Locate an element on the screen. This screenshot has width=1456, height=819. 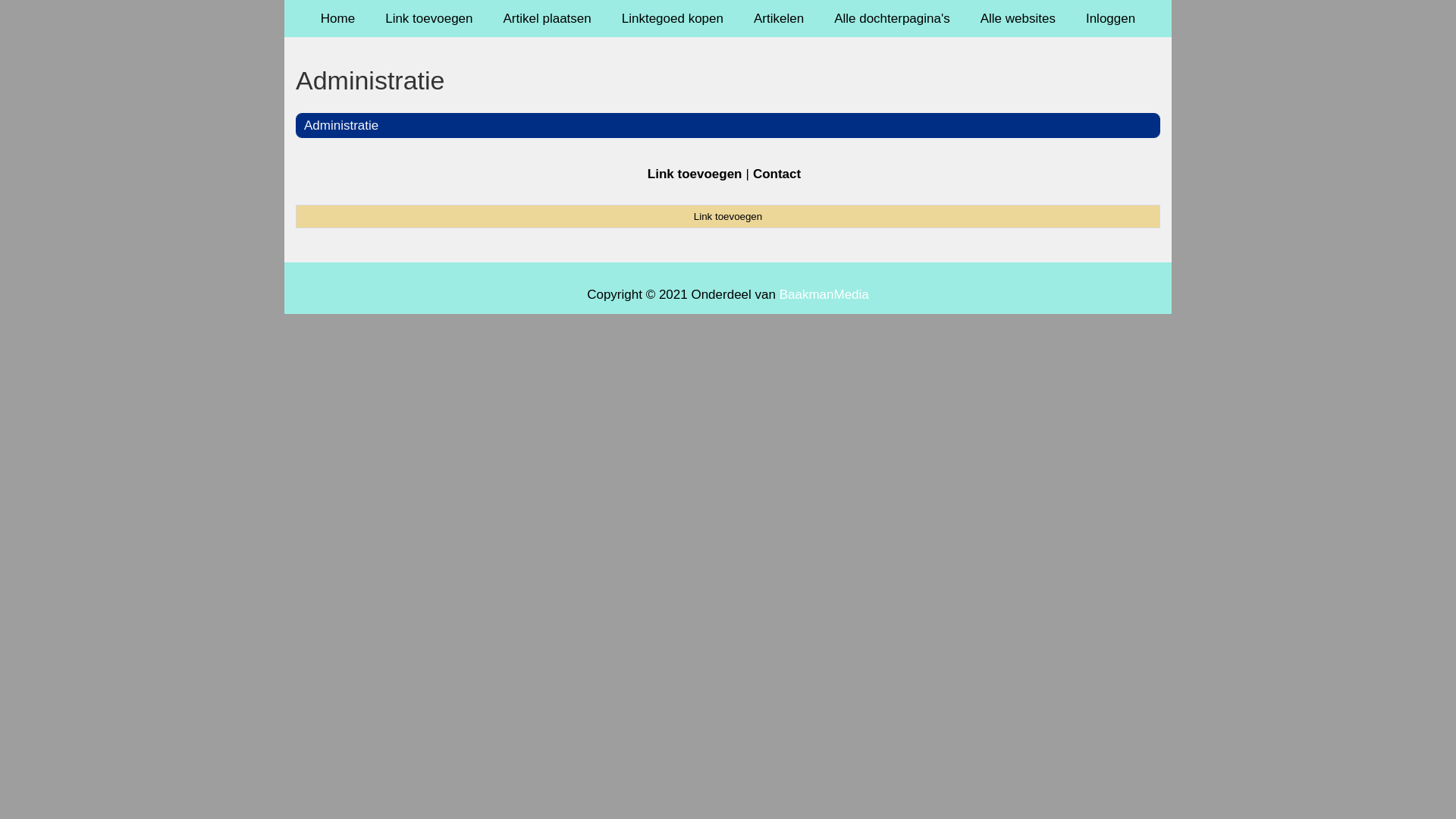
'Linktegoed kopen' is located at coordinates (607, 18).